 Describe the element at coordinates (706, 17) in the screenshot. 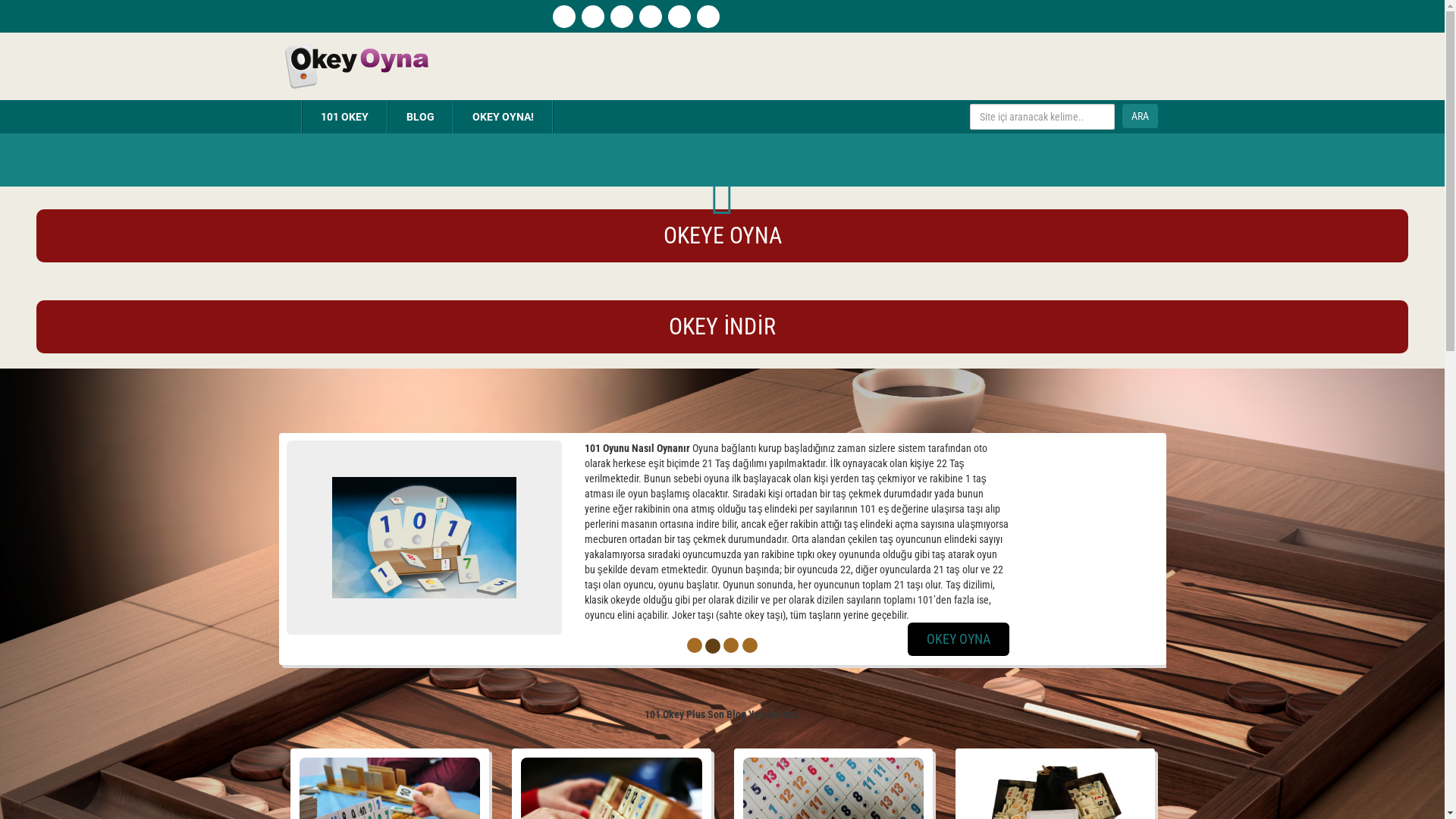

I see `'Linkedin Profilimiz'` at that location.